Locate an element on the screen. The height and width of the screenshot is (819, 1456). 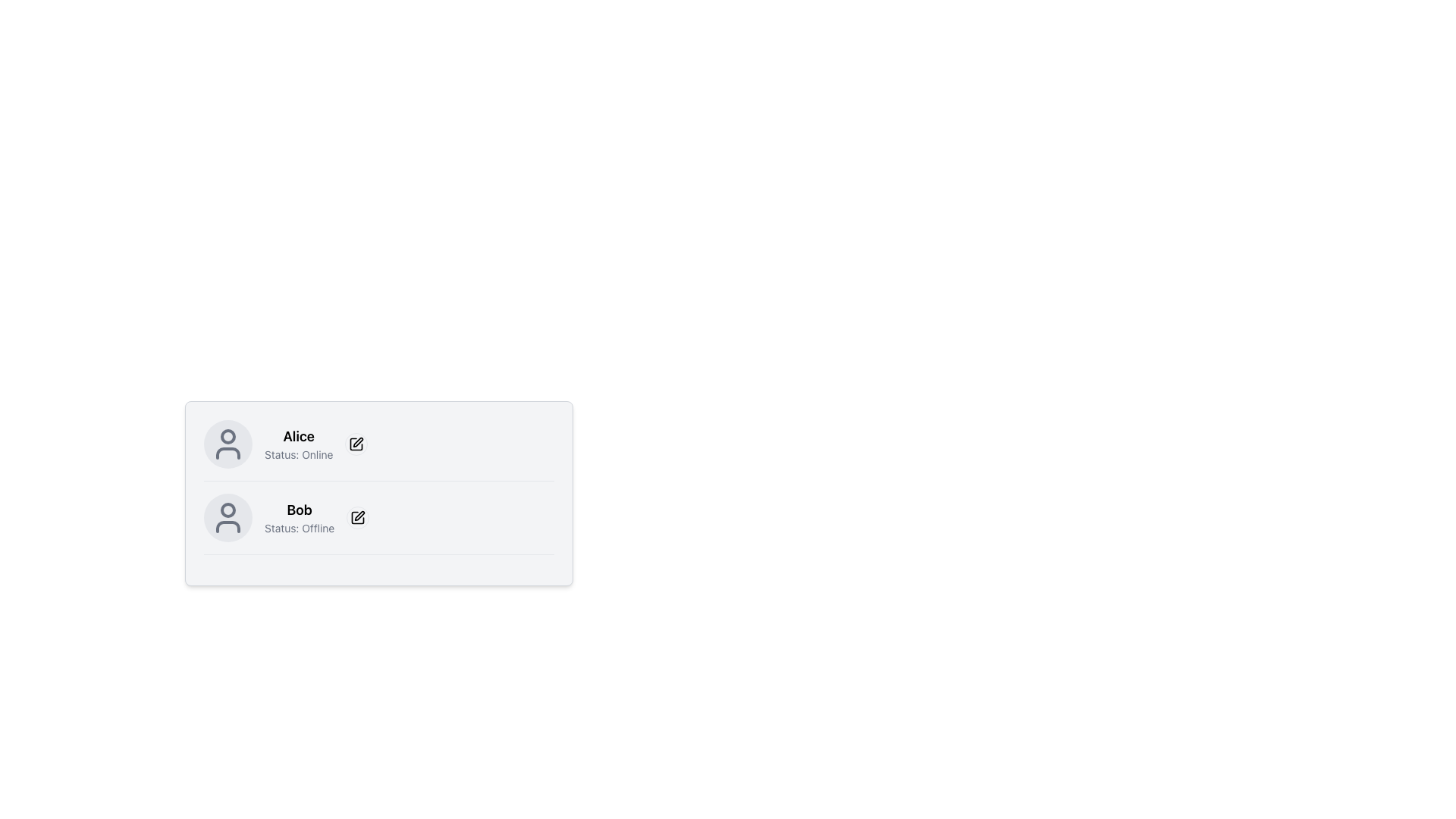
the Graphical Icon indicating the editing option related to 'Bob' by focusing on its position next to the name 'Bob' in the user details list is located at coordinates (357, 516).